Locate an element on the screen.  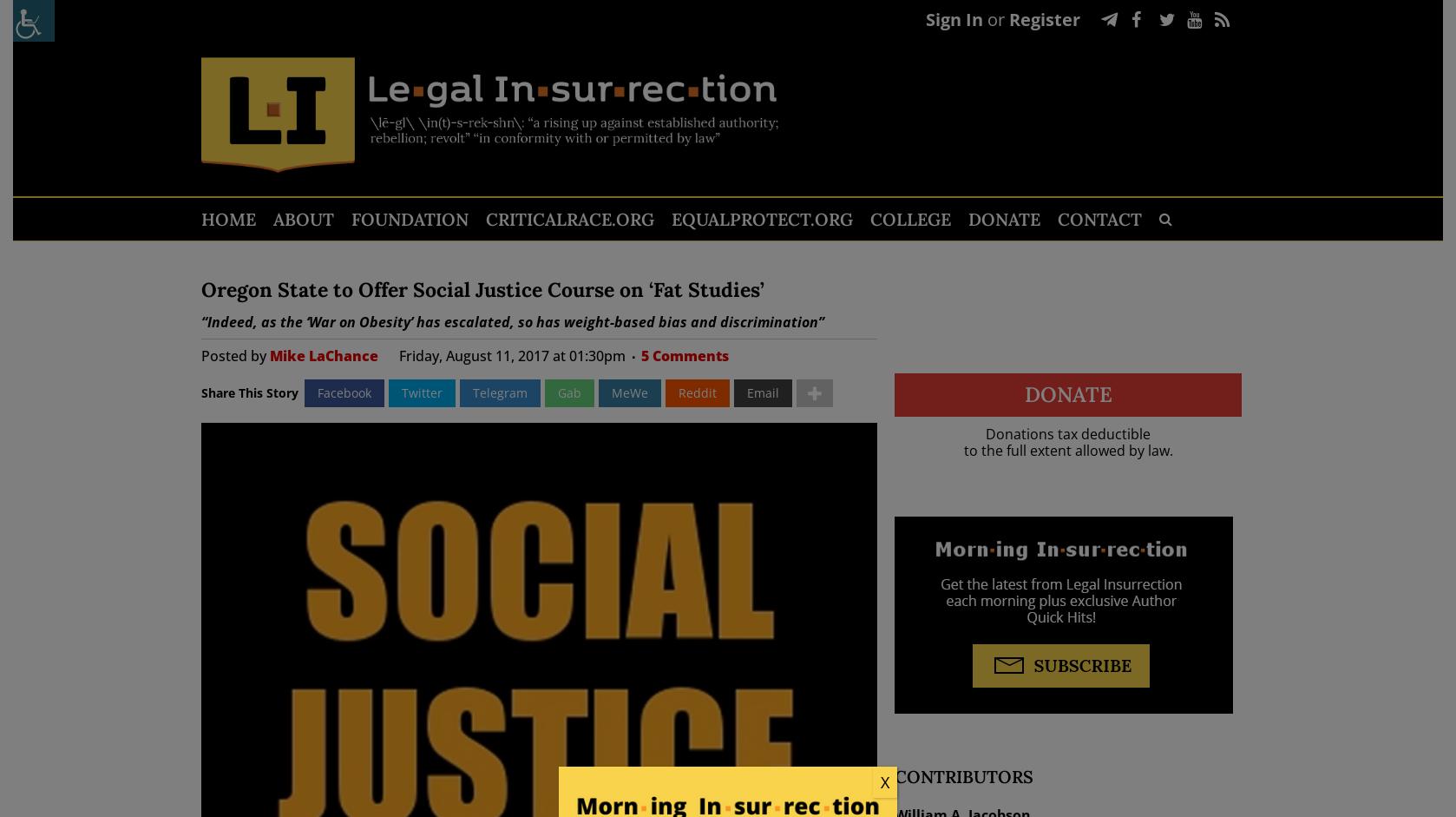
'MeWe' is located at coordinates (628, 392).